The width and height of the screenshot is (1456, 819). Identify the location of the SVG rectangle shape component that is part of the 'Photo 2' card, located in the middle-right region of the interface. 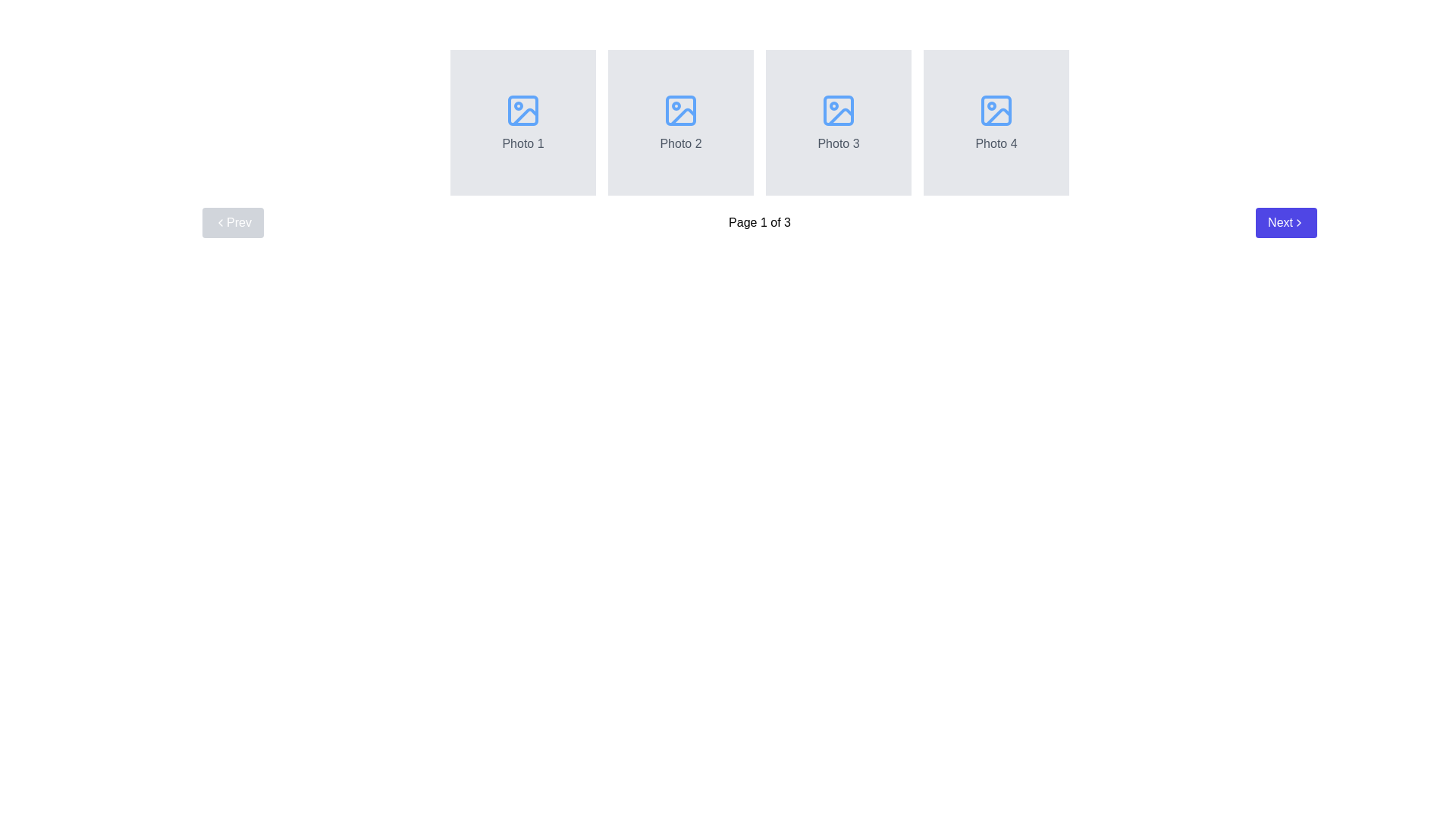
(679, 110).